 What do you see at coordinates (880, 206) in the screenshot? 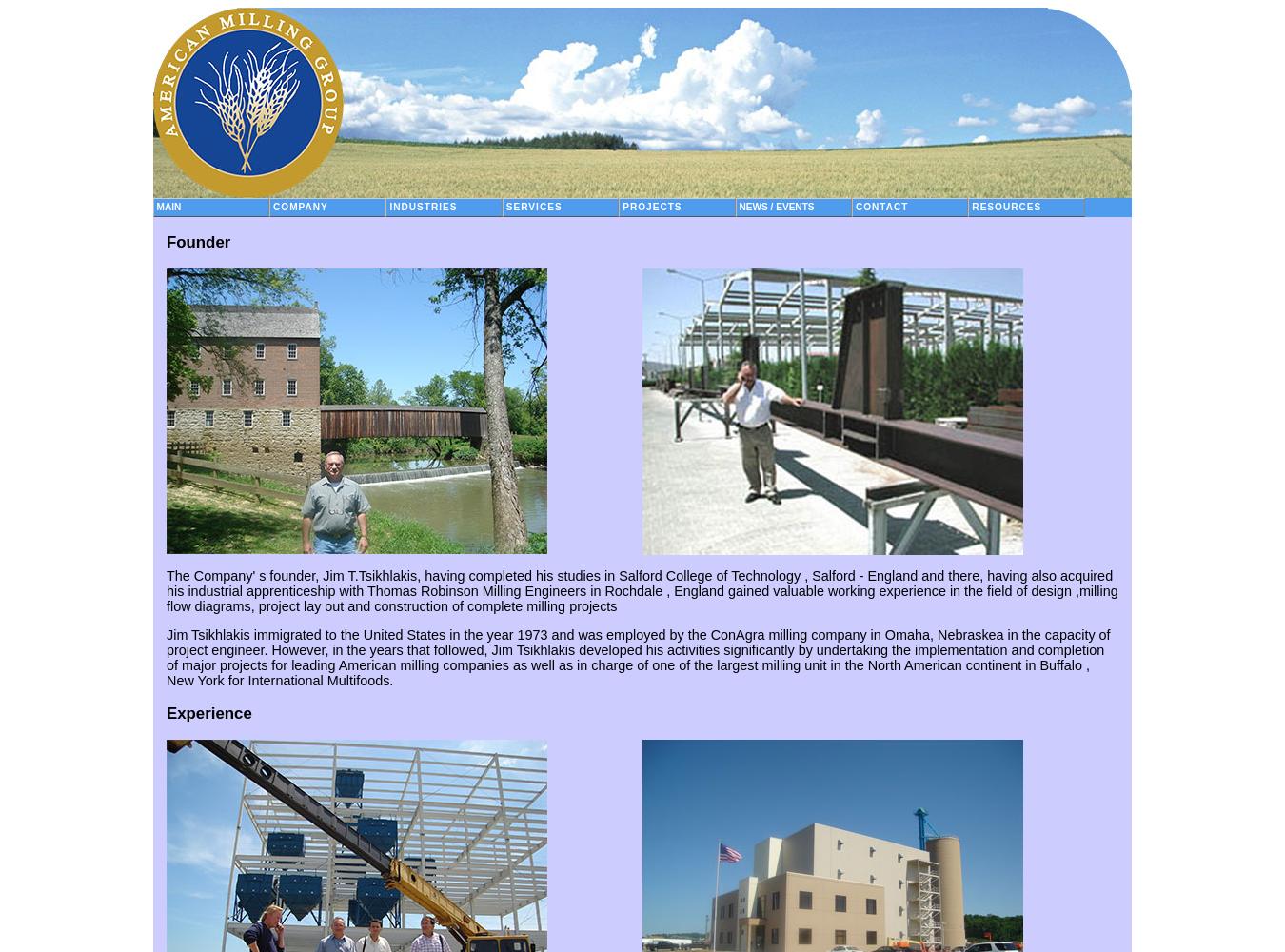
I see `'Contact'` at bounding box center [880, 206].